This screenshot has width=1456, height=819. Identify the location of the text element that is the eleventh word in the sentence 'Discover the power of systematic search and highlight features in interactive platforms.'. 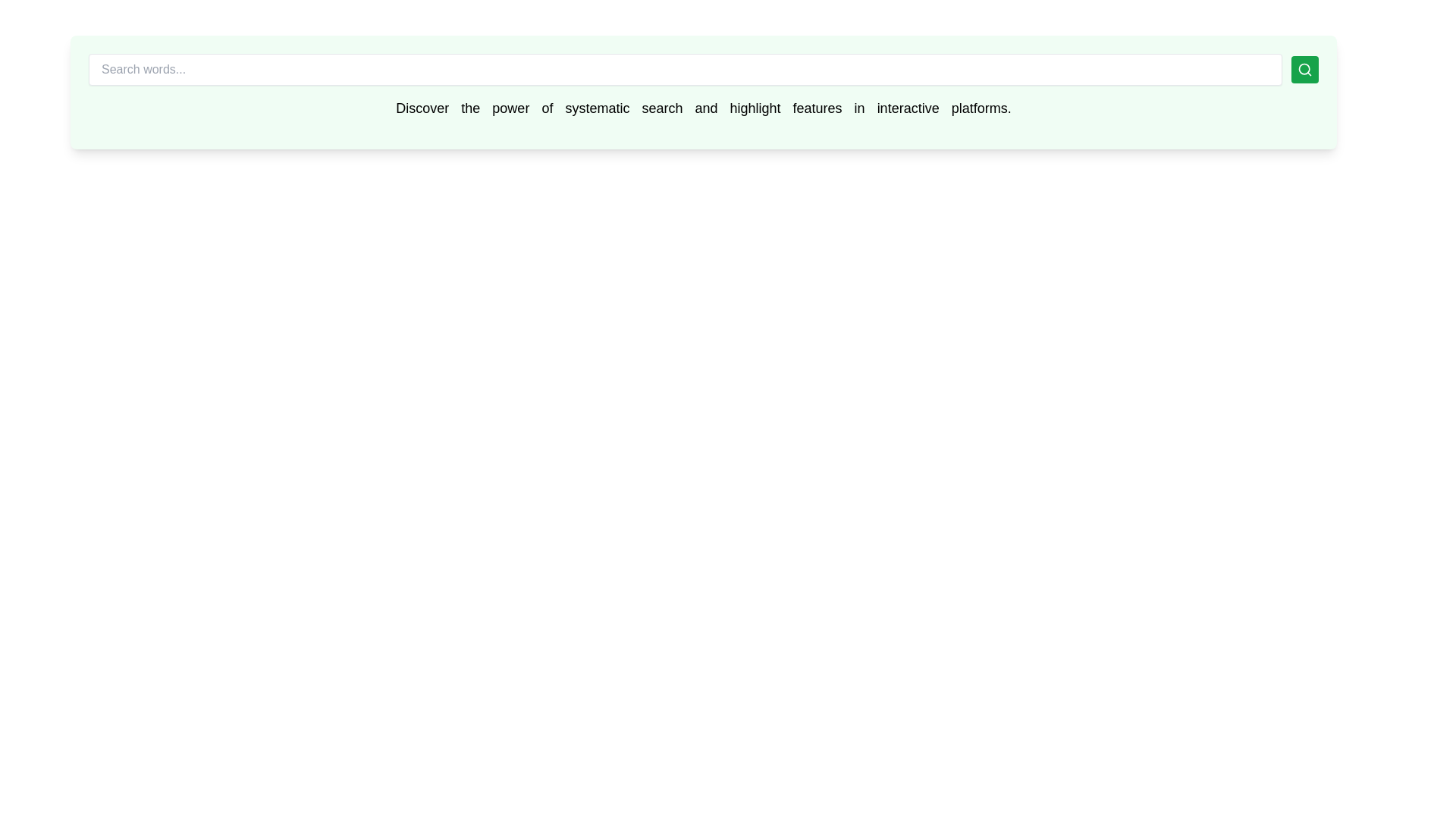
(908, 107).